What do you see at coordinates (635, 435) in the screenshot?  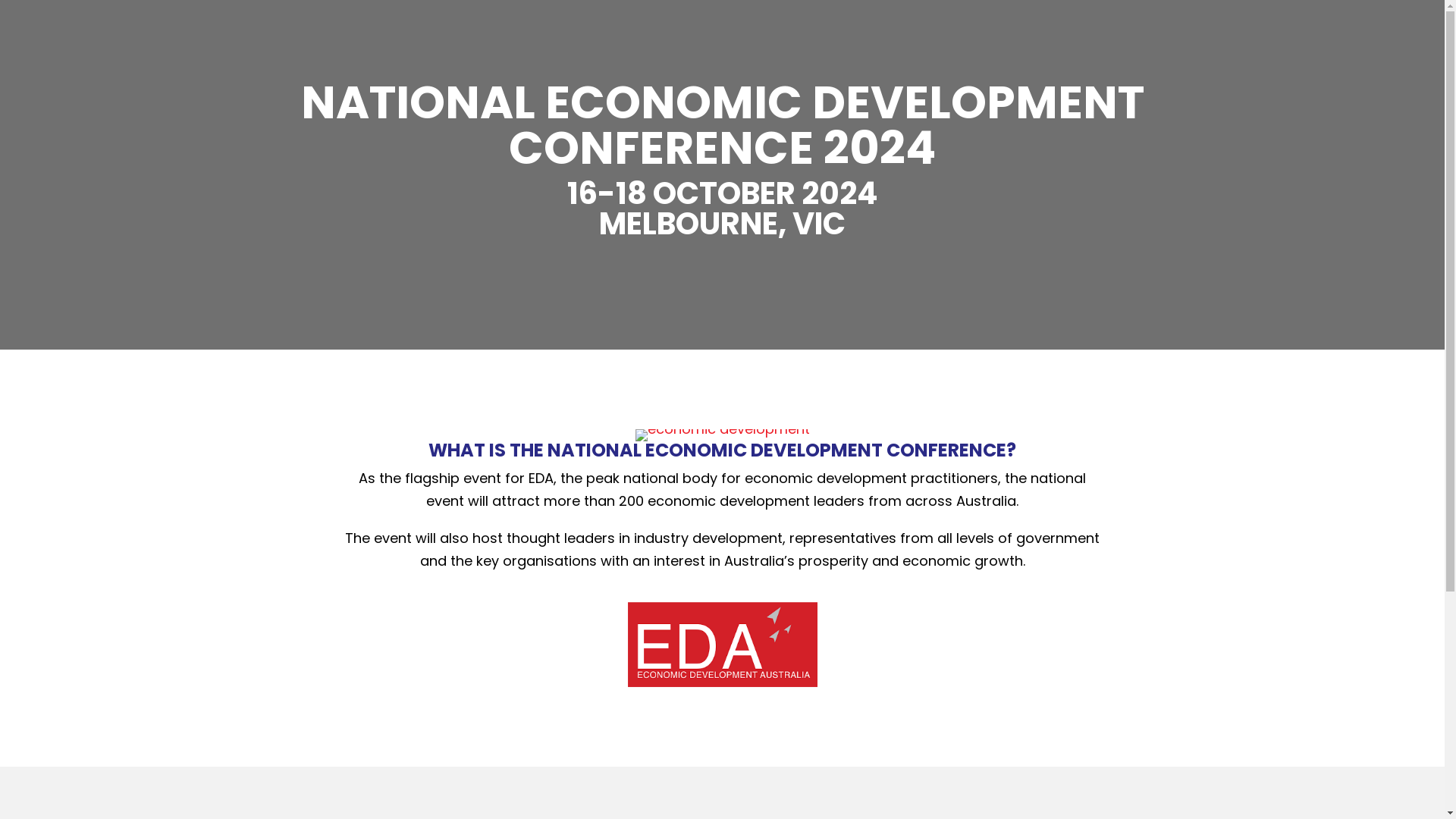 I see `'NEDC23 speakers (3)'` at bounding box center [635, 435].